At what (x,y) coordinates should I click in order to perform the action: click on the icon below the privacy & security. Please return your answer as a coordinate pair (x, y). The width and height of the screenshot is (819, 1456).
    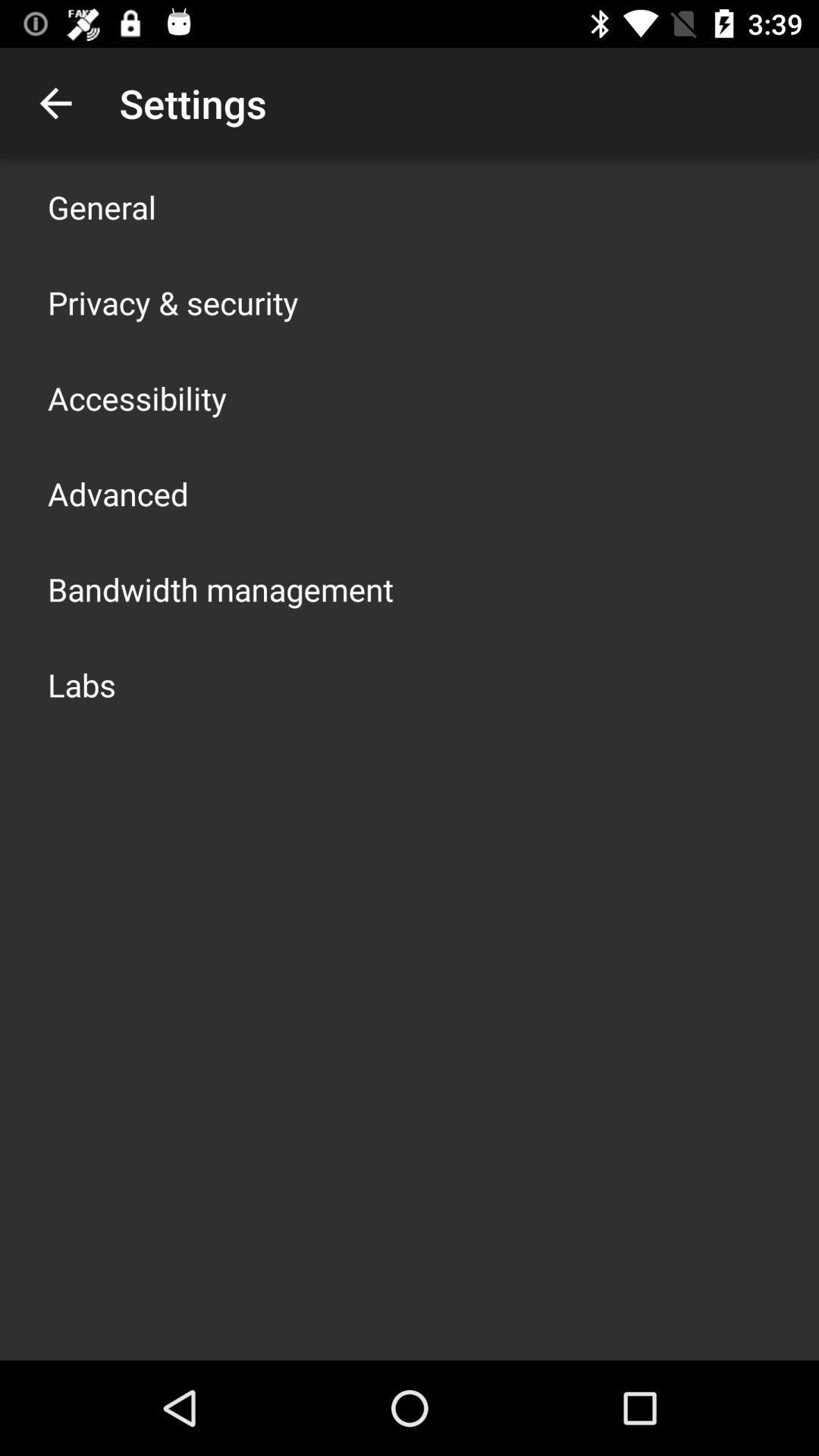
    Looking at the image, I should click on (137, 397).